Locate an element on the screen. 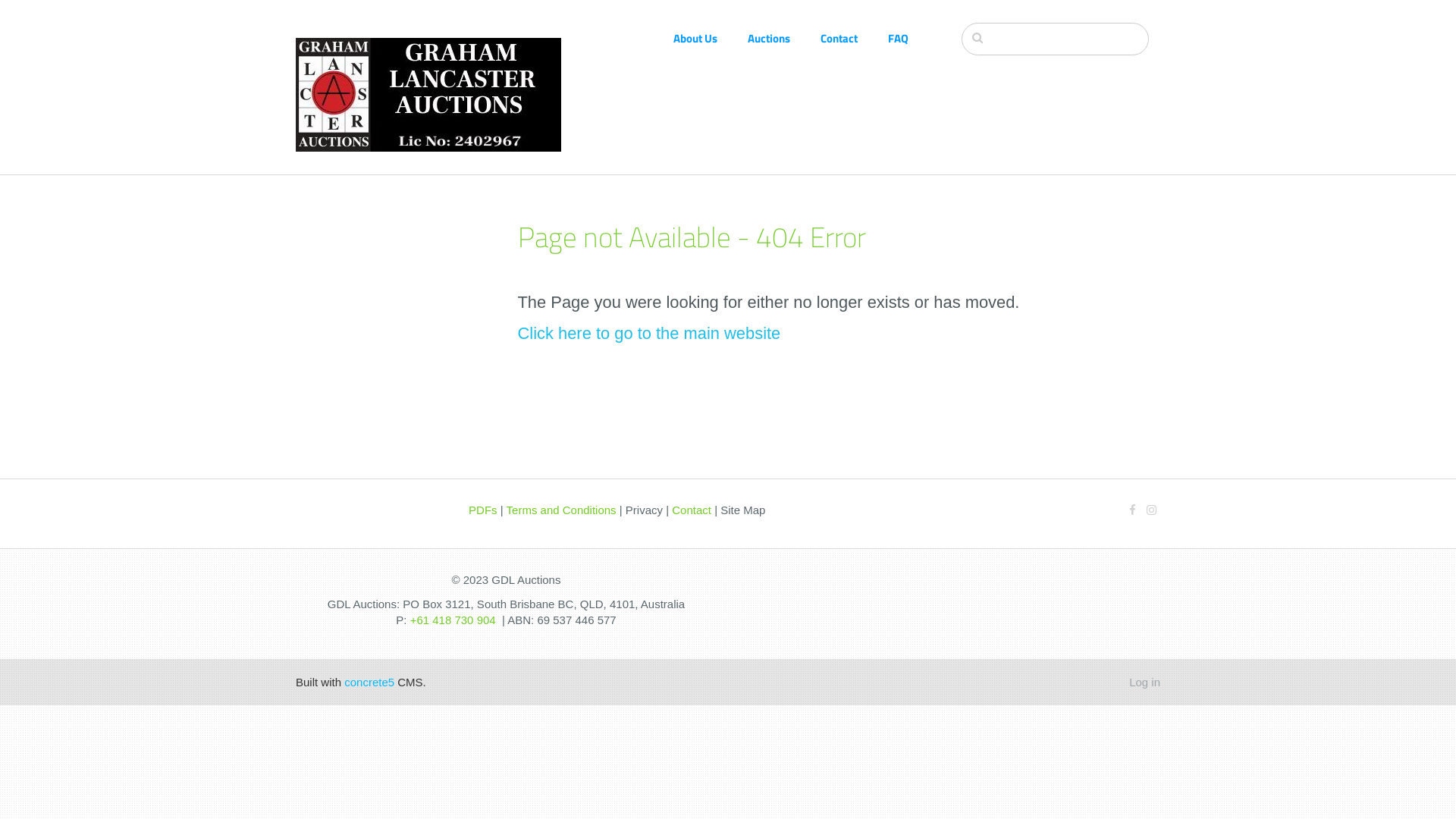 The image size is (1456, 819). 'Click here to go to the main website' is located at coordinates (648, 332).